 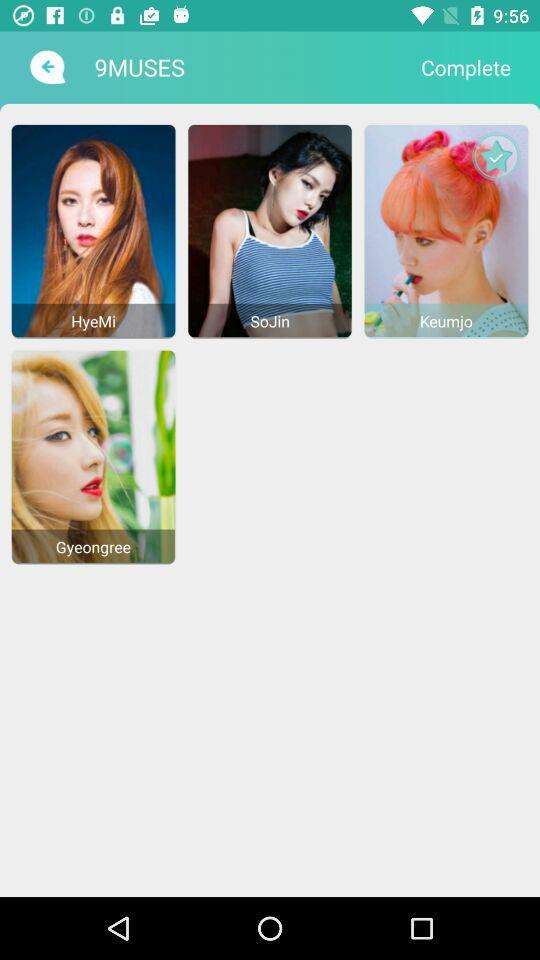 I want to click on the third image in the first row, so click(x=446, y=230).